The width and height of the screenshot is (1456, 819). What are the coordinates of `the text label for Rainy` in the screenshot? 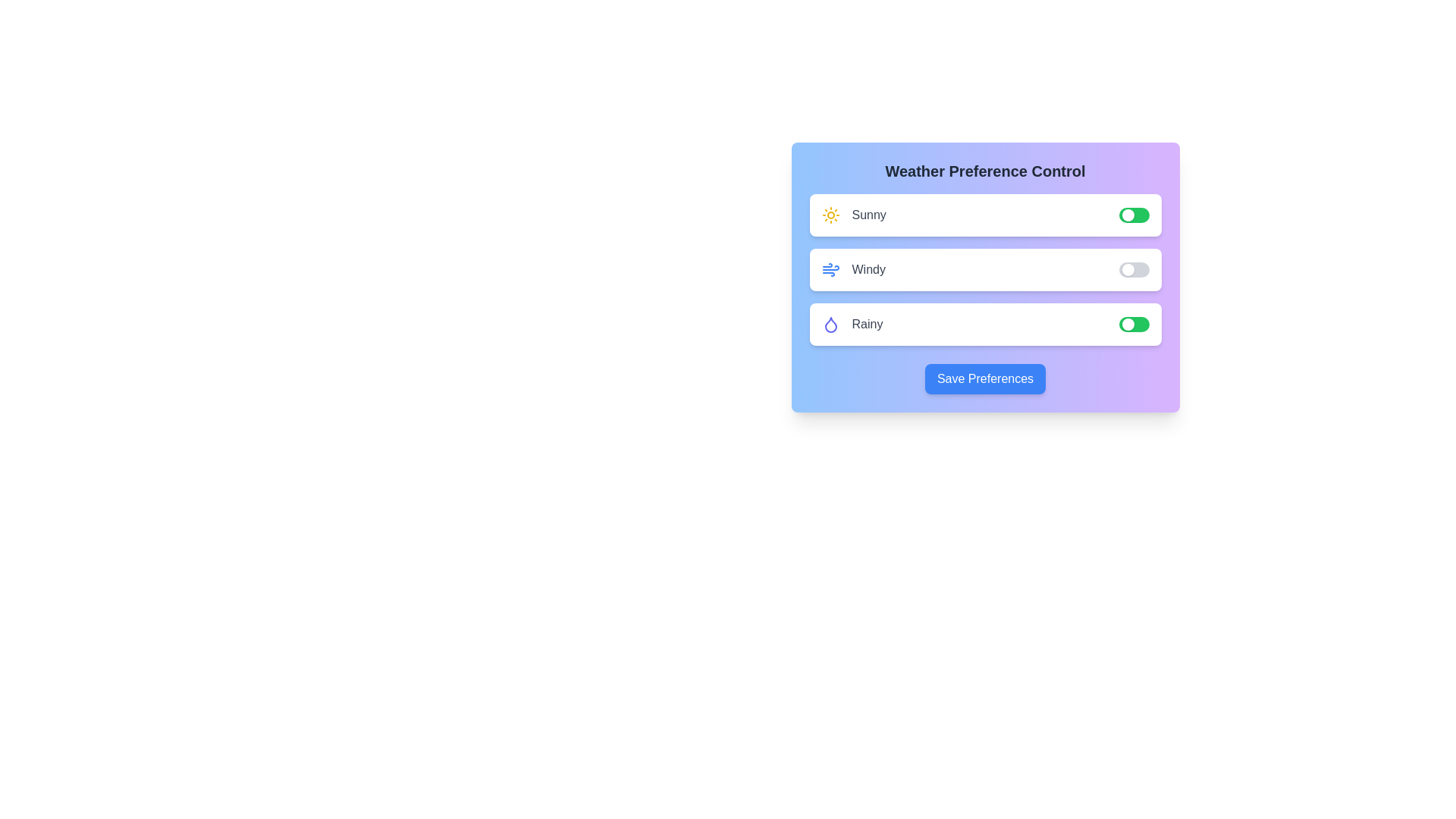 It's located at (852, 324).